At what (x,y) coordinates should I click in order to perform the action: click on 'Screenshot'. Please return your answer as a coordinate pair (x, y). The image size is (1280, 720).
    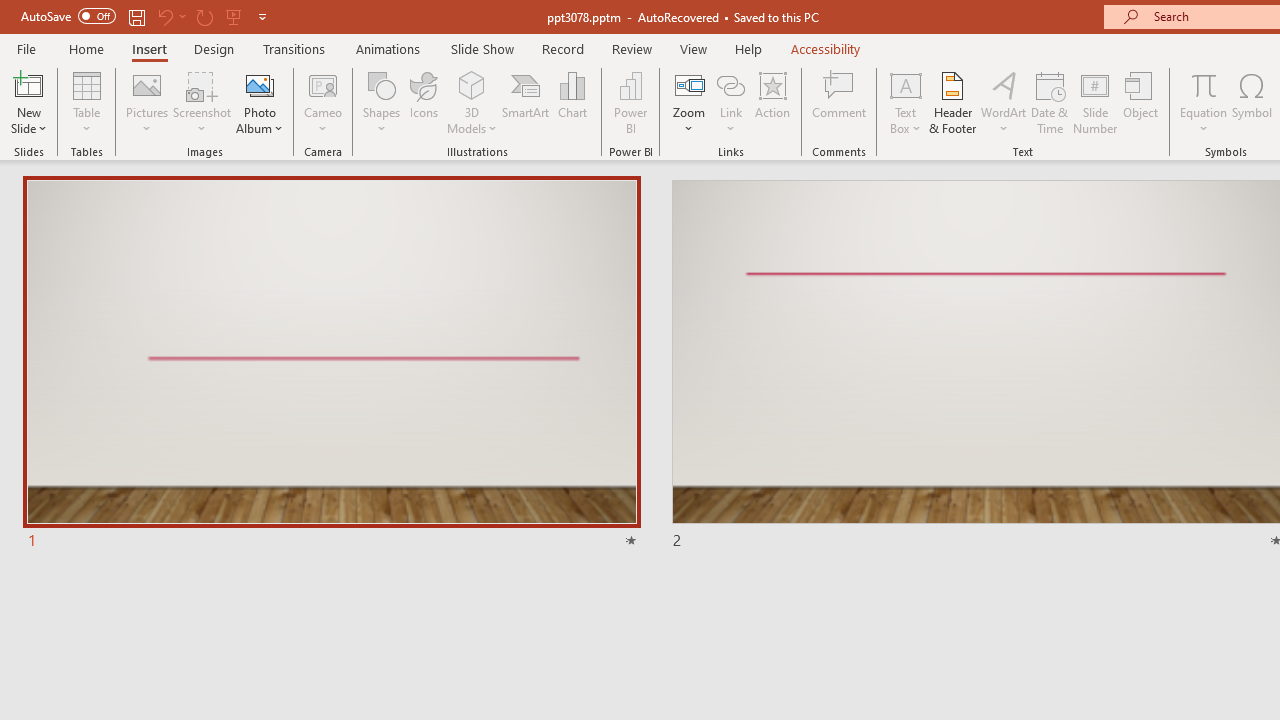
    Looking at the image, I should click on (202, 103).